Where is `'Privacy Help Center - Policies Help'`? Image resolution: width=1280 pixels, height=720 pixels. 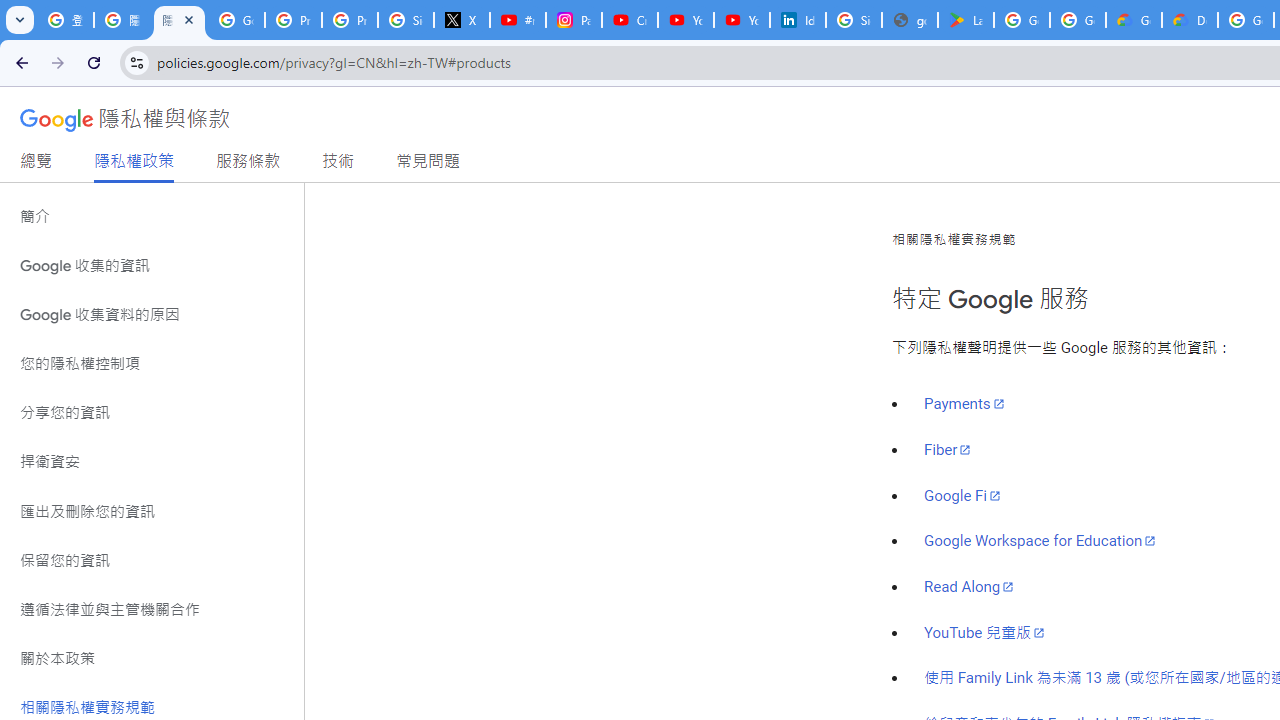 'Privacy Help Center - Policies Help' is located at coordinates (350, 20).